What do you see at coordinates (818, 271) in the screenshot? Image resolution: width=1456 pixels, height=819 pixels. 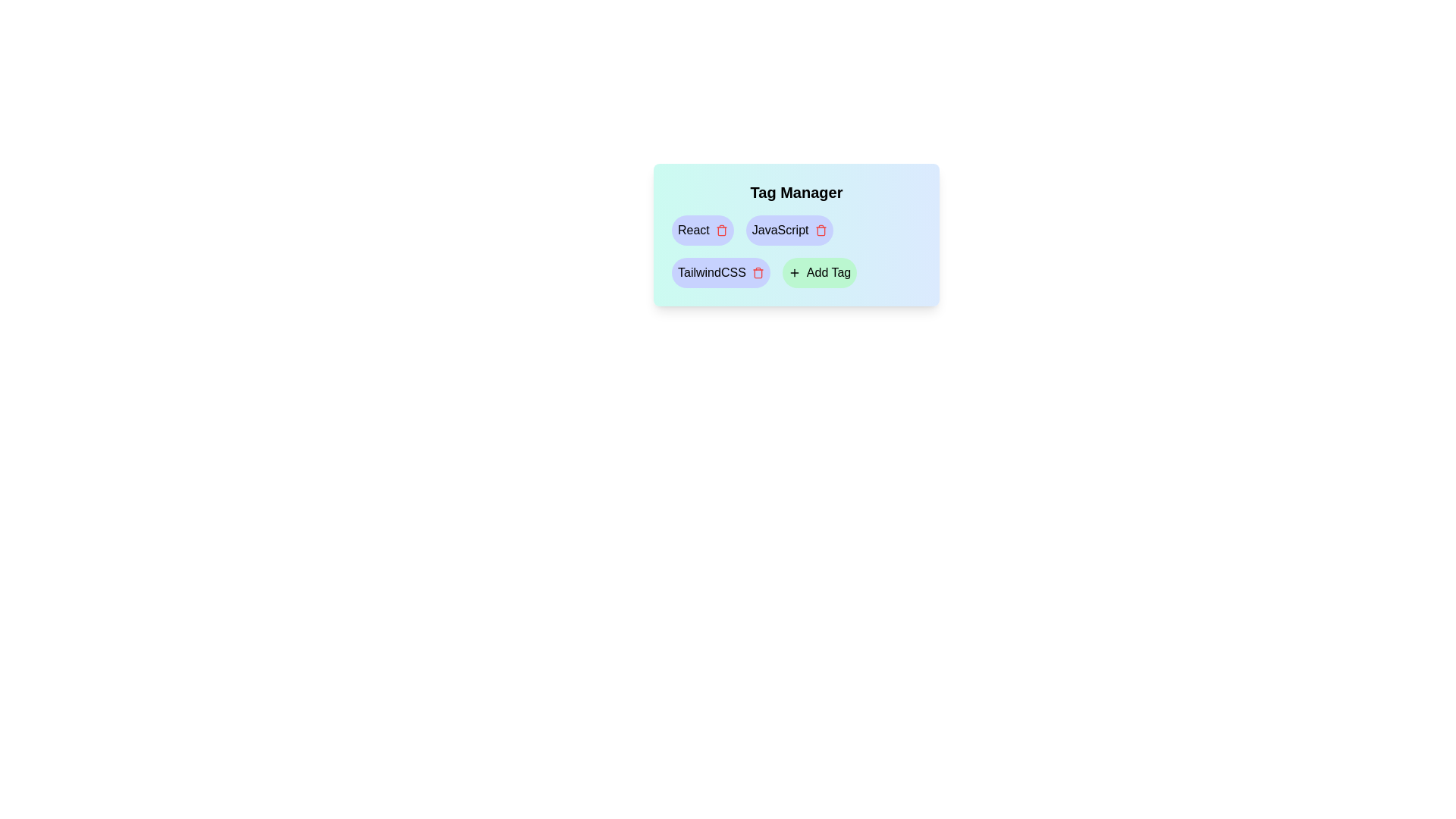 I see `the Add Tag Button to observe the hover effect` at bounding box center [818, 271].